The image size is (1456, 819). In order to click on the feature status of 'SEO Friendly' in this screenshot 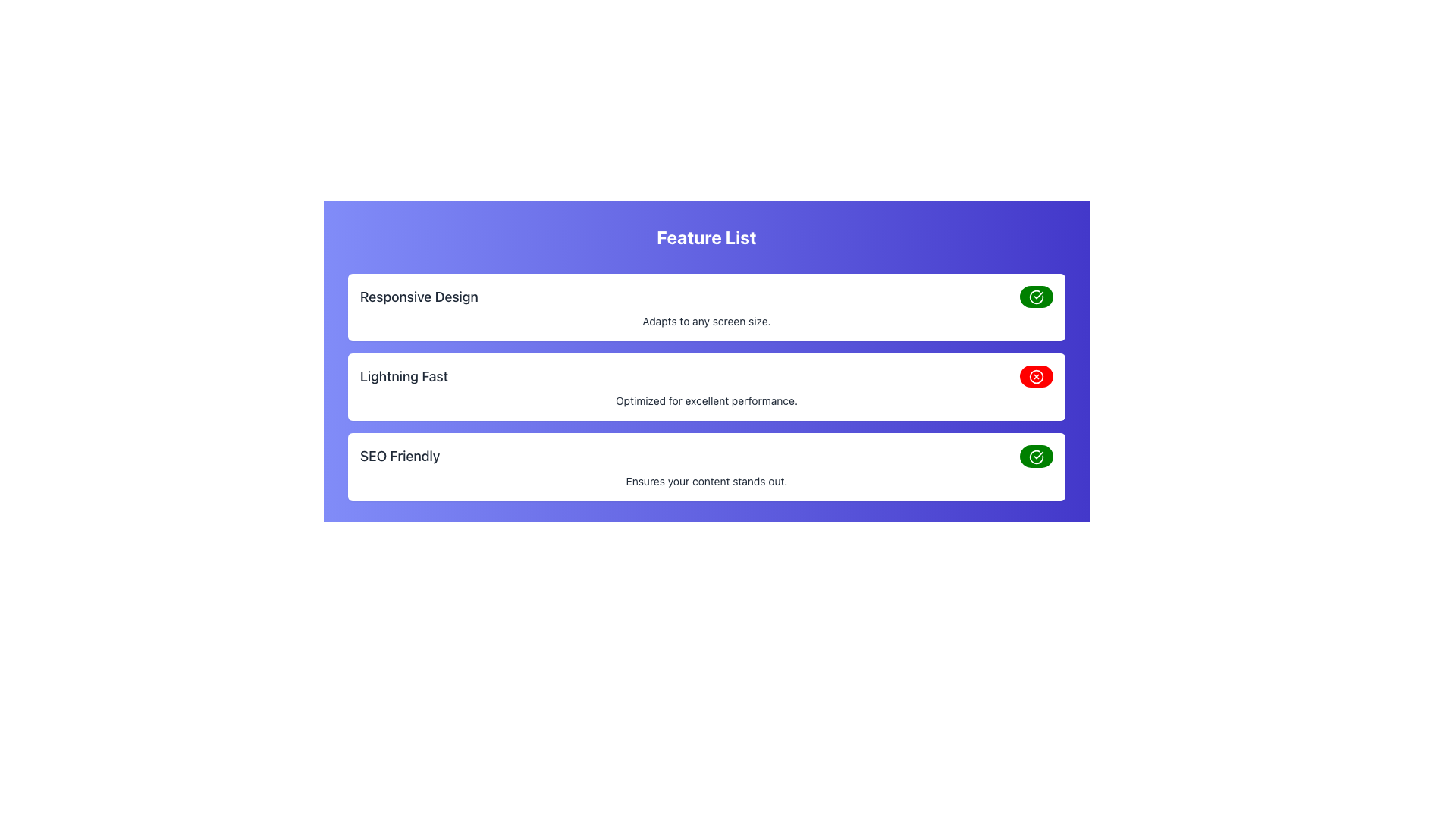, I will do `click(705, 455)`.